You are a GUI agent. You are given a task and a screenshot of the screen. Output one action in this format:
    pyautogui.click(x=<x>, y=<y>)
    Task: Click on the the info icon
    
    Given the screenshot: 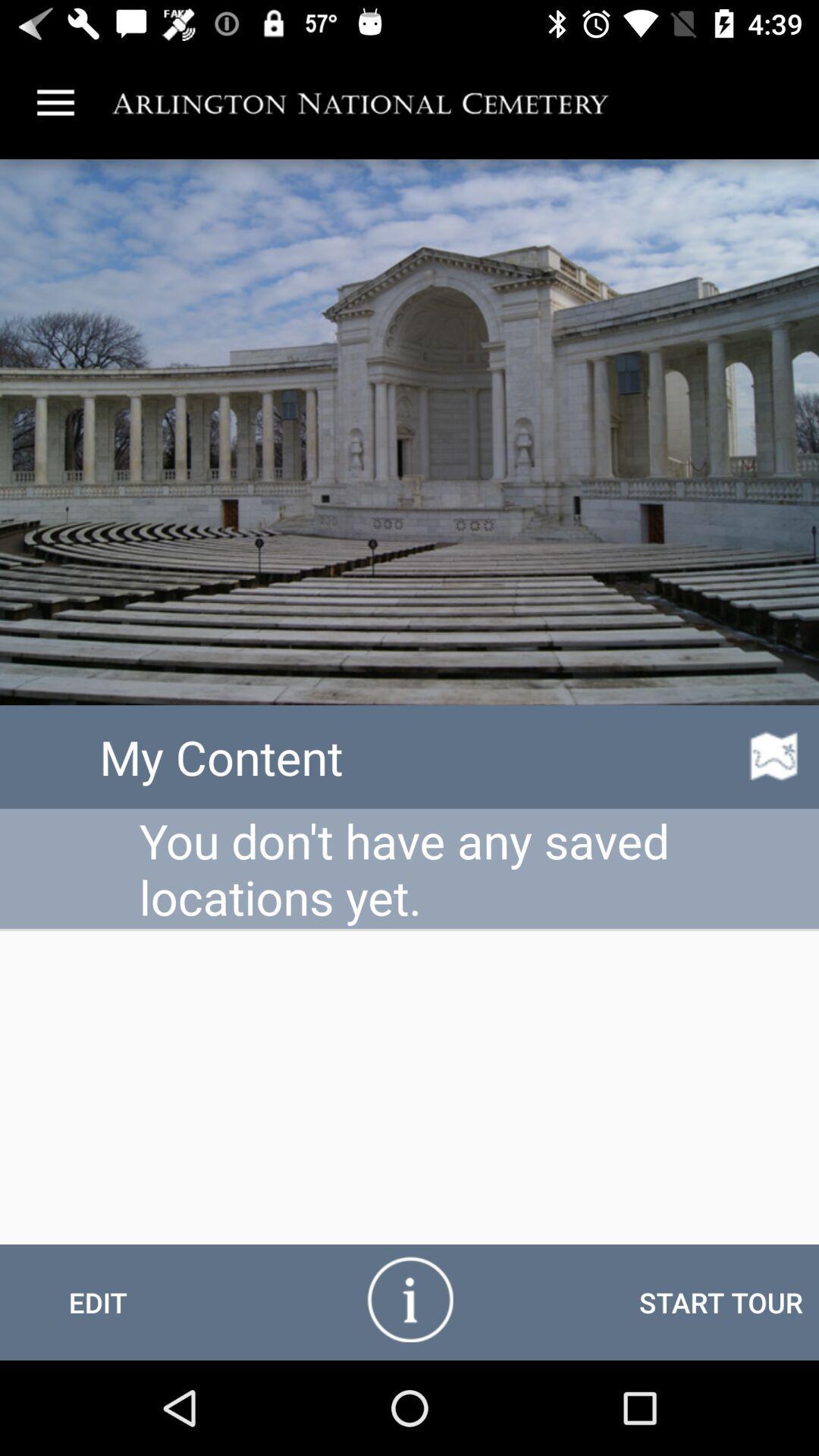 What is the action you would take?
    pyautogui.click(x=409, y=1298)
    